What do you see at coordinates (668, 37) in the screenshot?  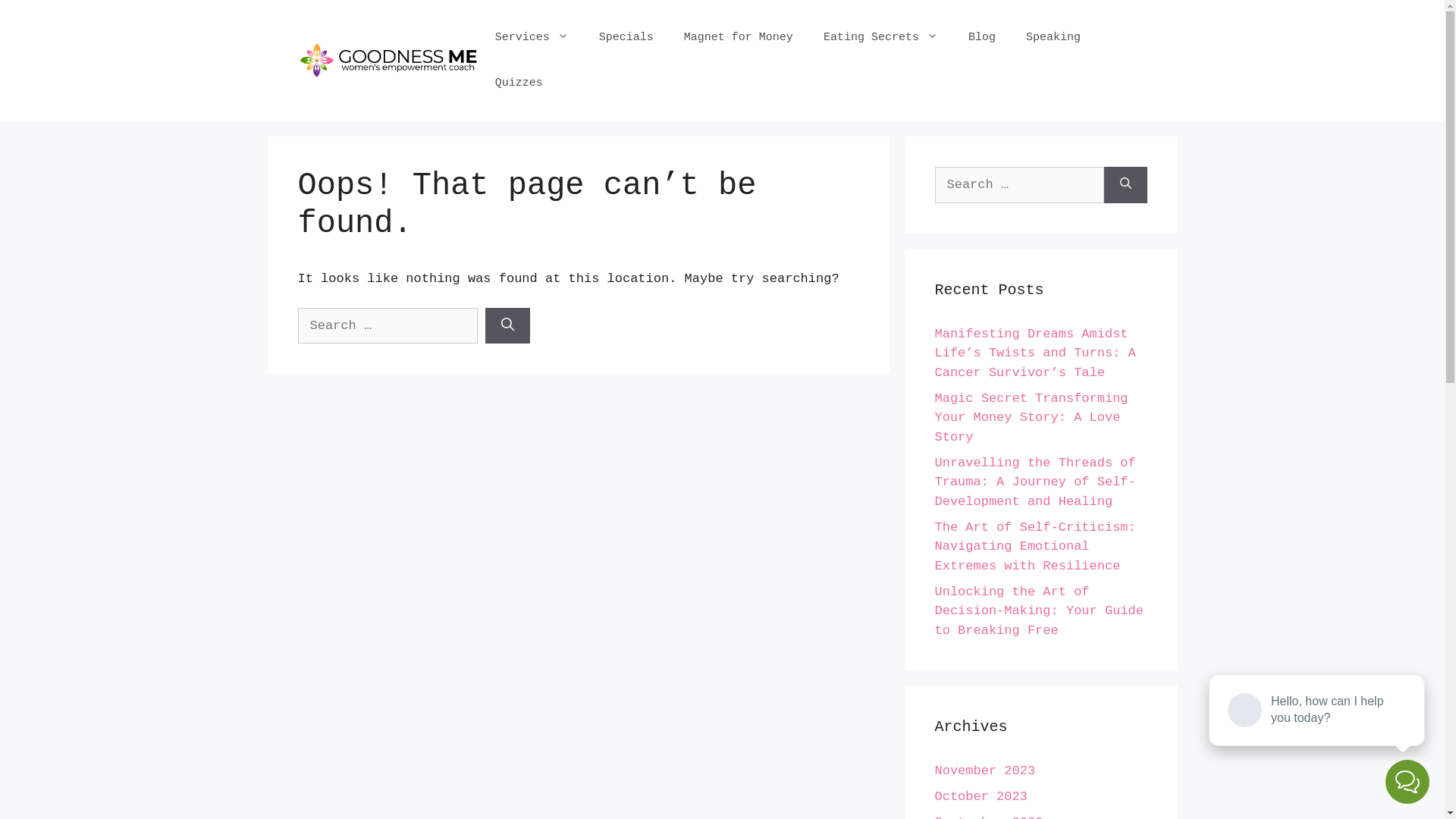 I see `'Magnet for Money'` at bounding box center [668, 37].